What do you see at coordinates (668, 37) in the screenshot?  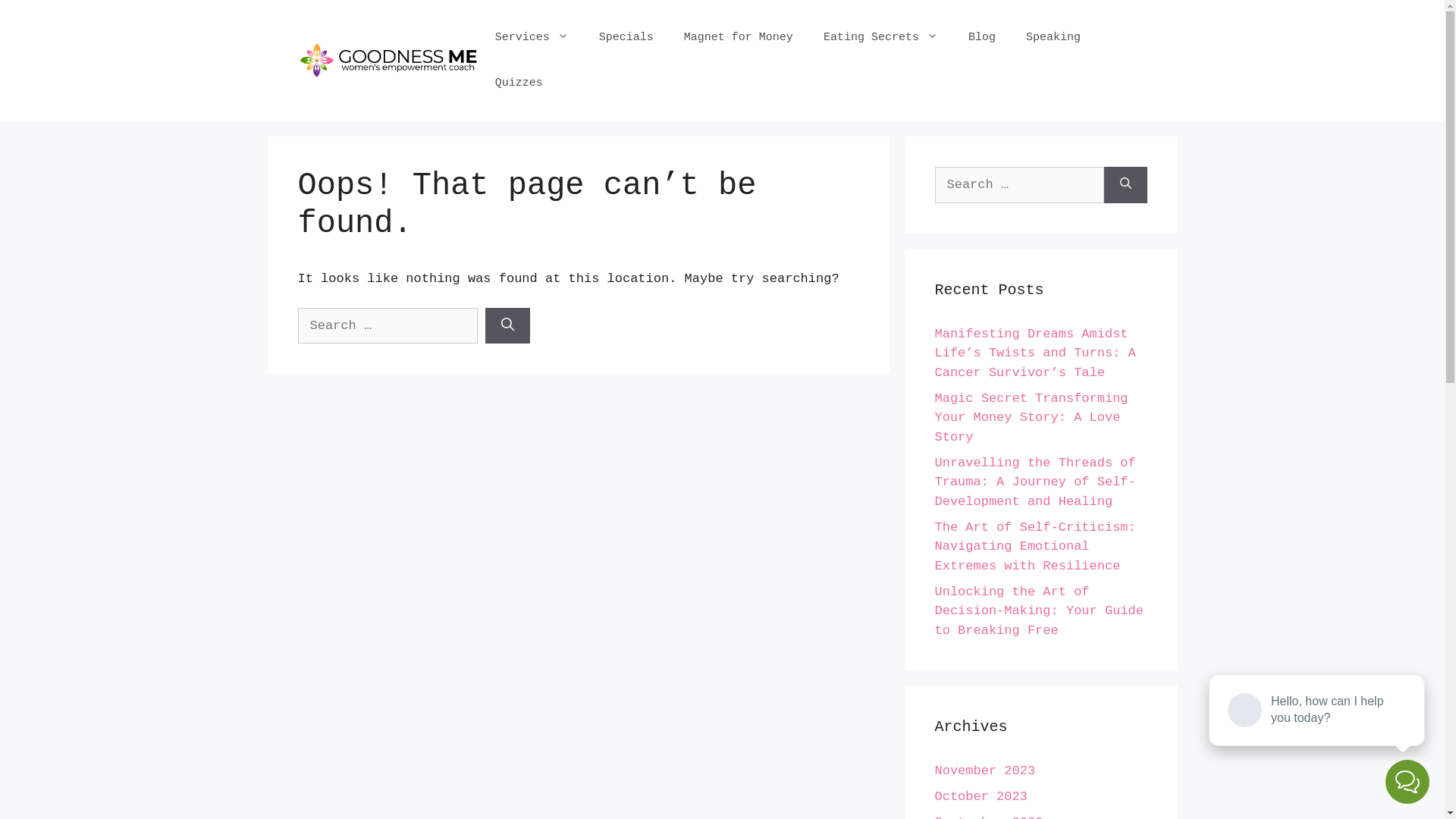 I see `'Magnet for Money'` at bounding box center [668, 37].